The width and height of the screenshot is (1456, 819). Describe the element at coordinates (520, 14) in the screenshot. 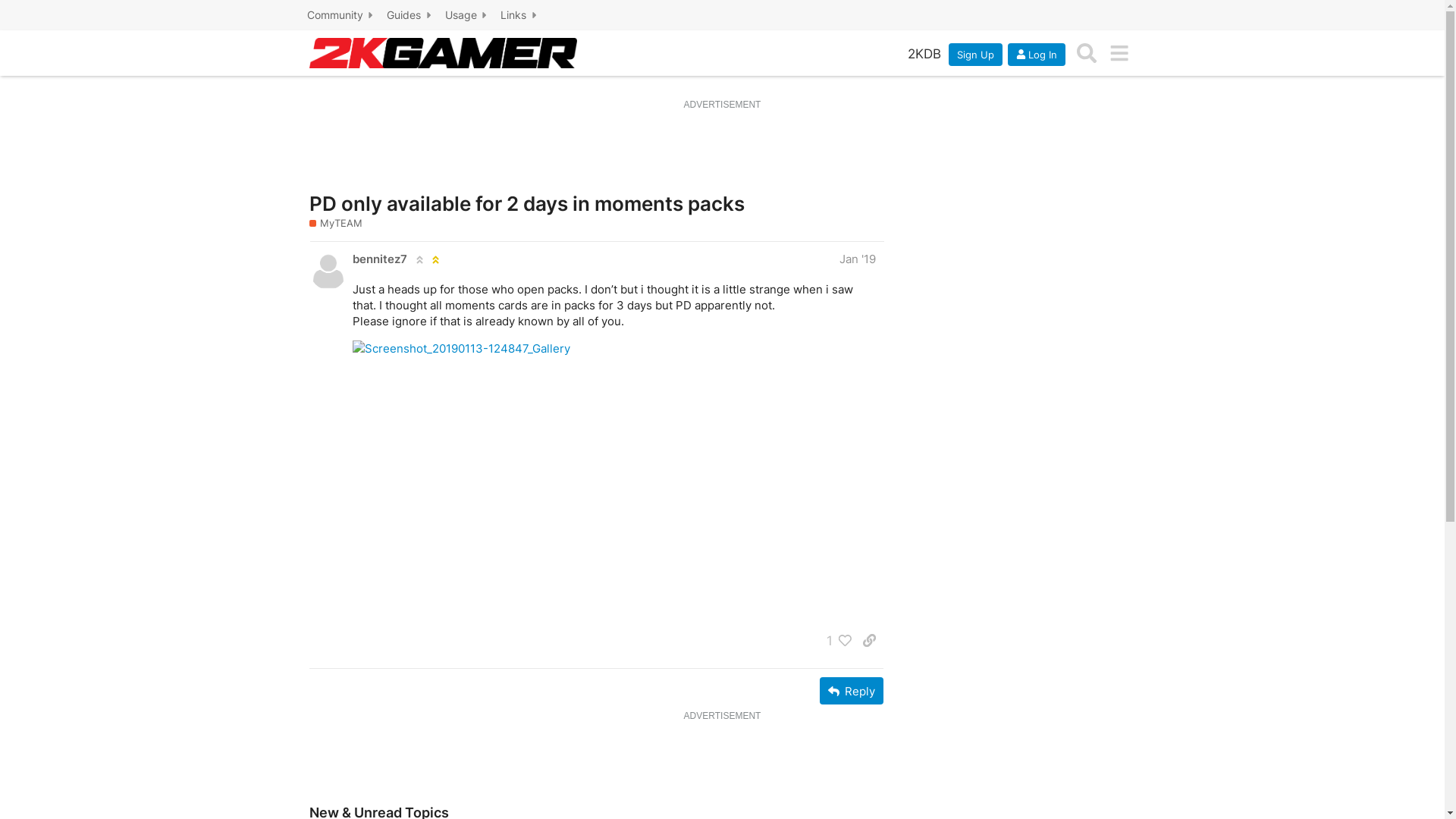

I see `'Links'` at that location.